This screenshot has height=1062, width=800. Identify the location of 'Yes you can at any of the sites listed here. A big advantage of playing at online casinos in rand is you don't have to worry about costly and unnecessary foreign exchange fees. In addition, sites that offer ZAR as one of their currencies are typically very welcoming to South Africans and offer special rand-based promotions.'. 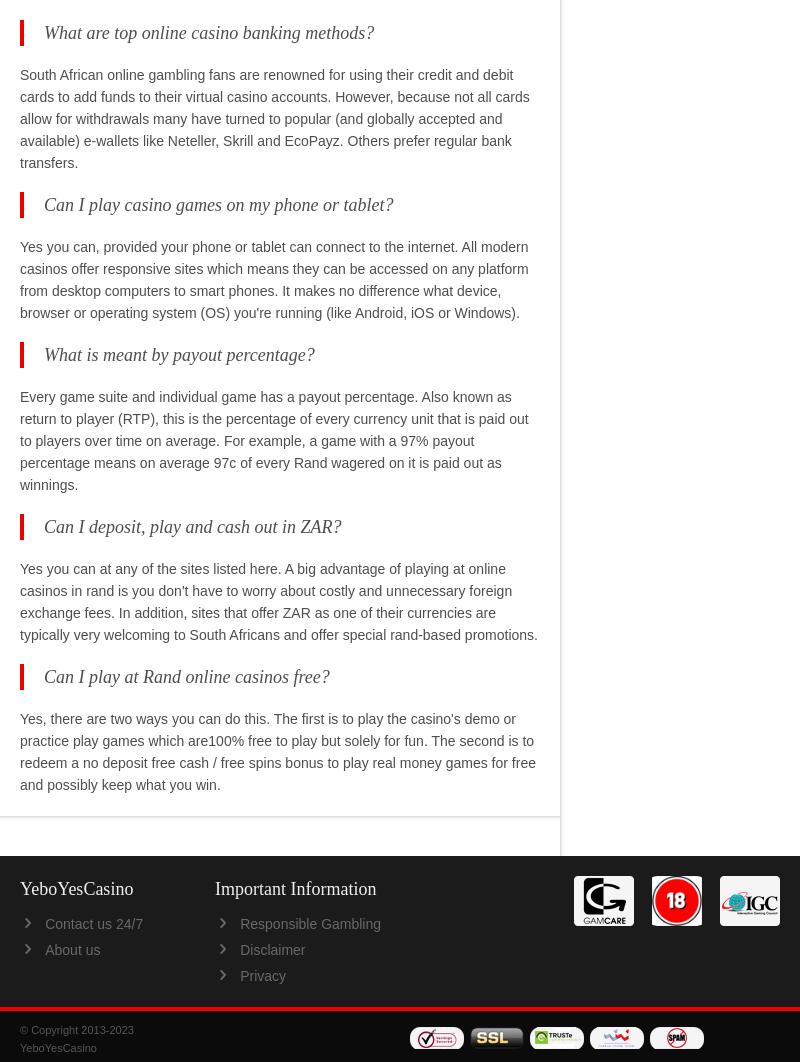
(279, 600).